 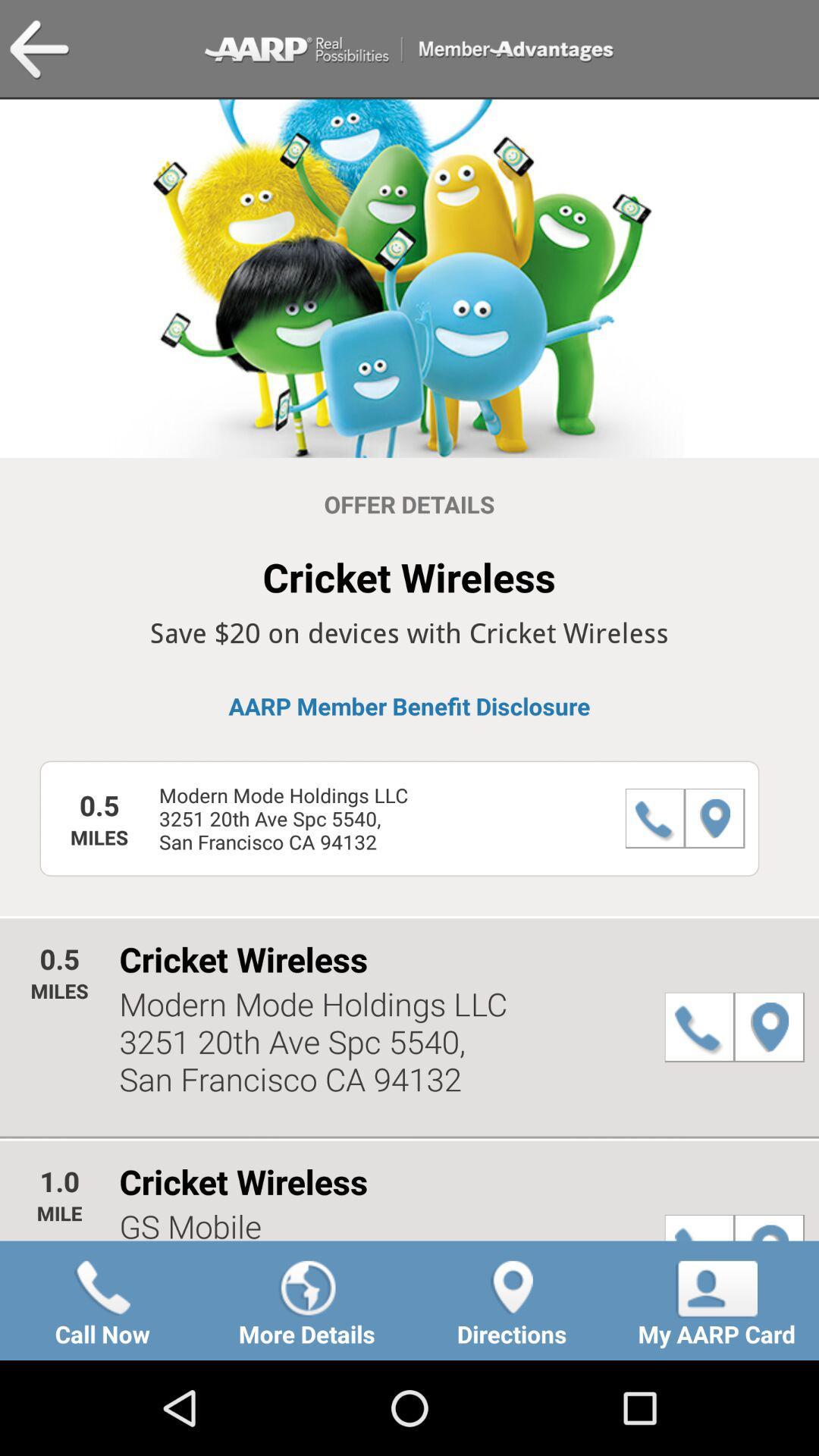 What do you see at coordinates (699, 1099) in the screenshot?
I see `the call icon` at bounding box center [699, 1099].